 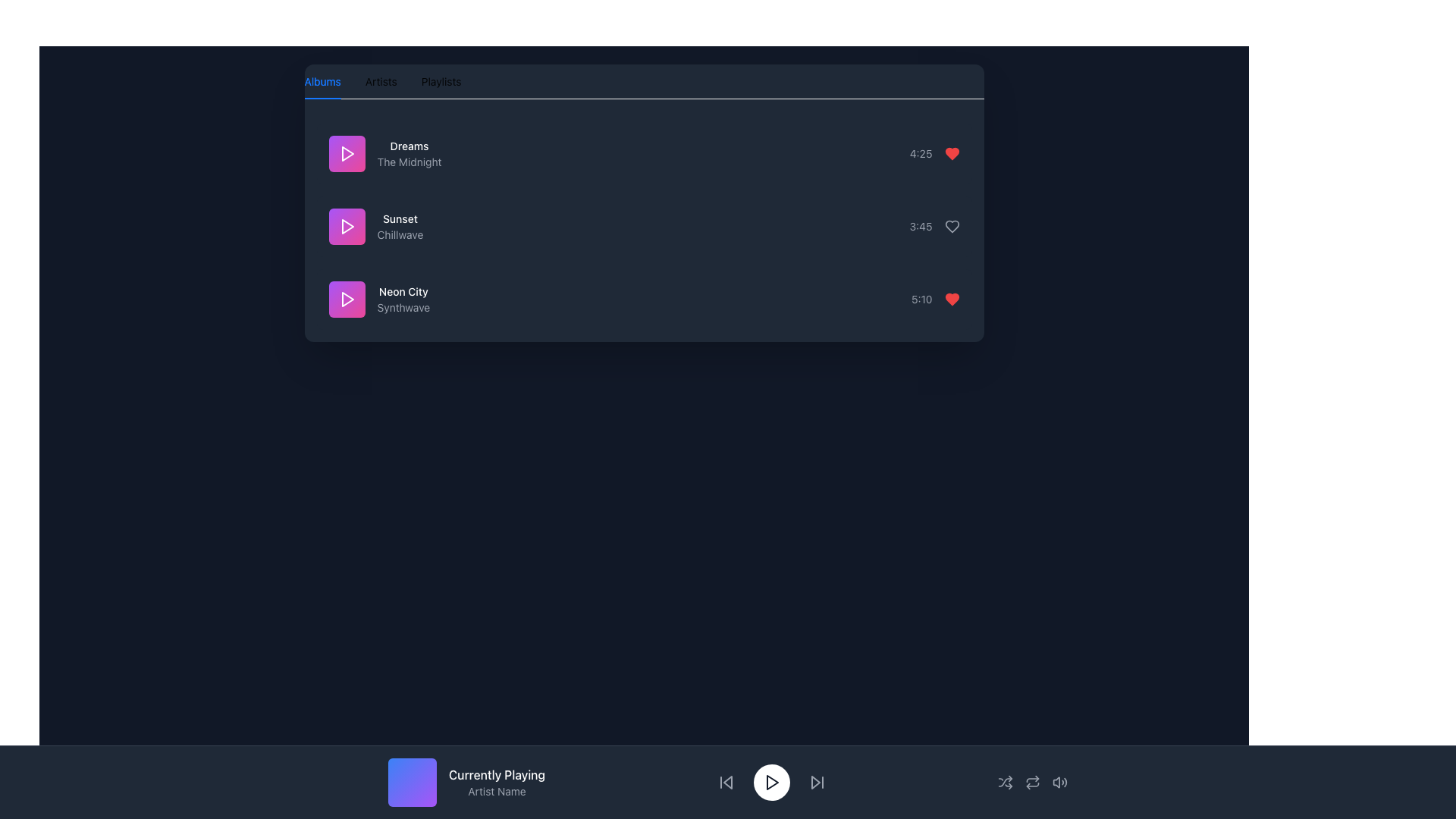 What do you see at coordinates (814, 783) in the screenshot?
I see `the right-pointing triangular button, which is styled with fine lines and located in the bottom central control bar, second from the right among visible controls` at bounding box center [814, 783].